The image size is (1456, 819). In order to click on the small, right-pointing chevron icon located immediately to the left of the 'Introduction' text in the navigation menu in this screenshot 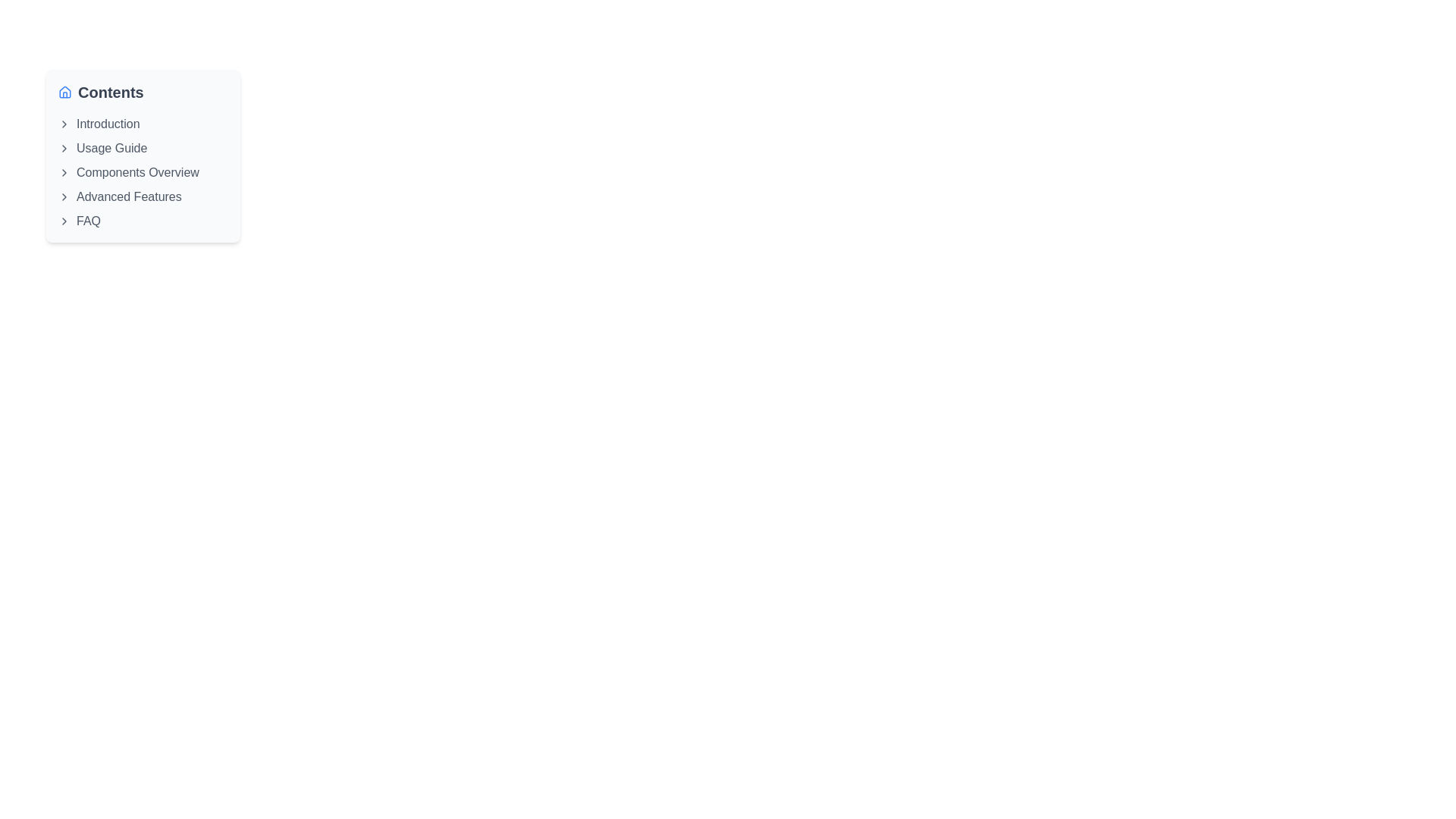, I will do `click(64, 124)`.